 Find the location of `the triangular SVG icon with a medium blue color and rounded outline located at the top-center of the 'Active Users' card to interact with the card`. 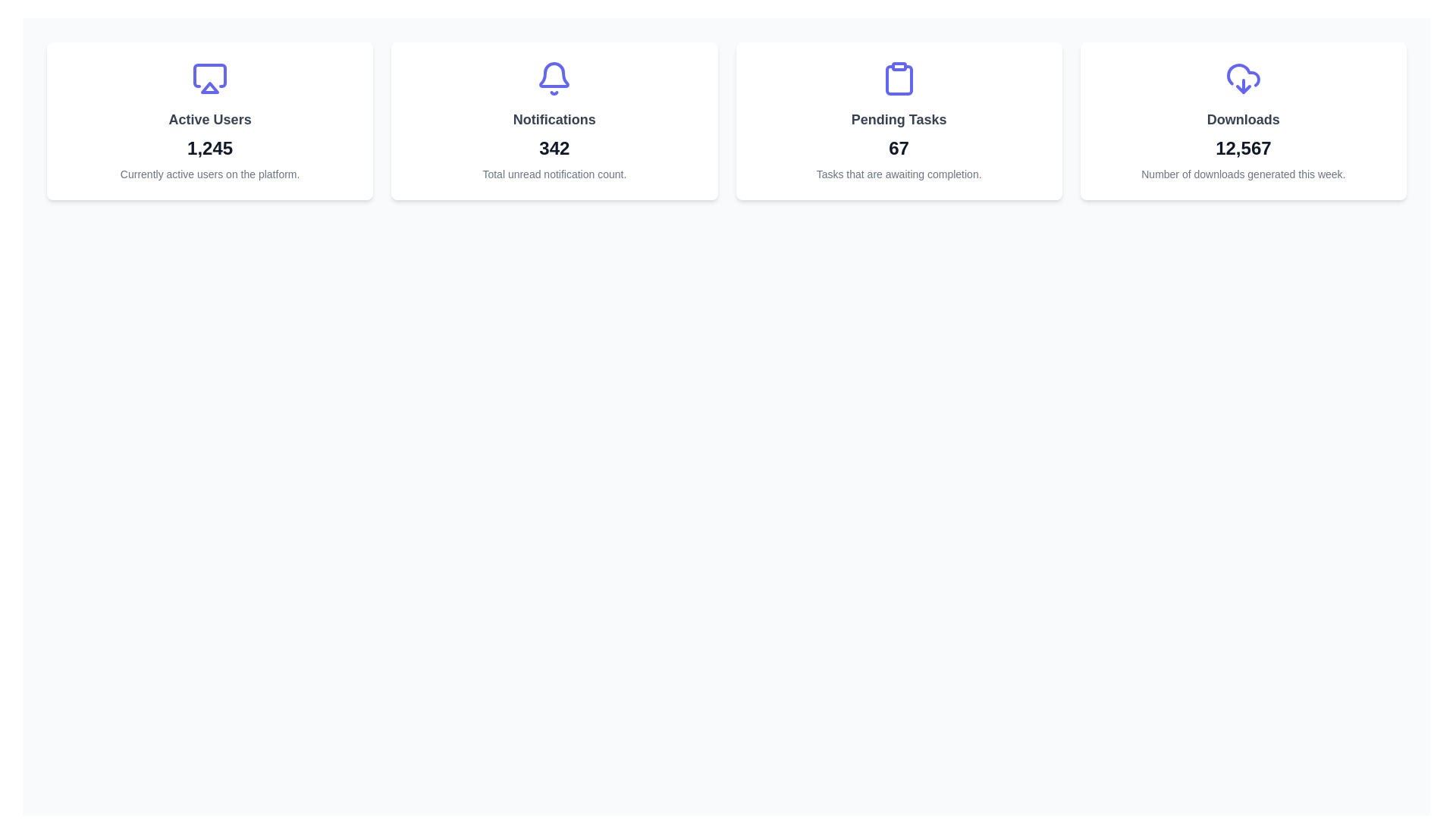

the triangular SVG icon with a medium blue color and rounded outline located at the top-center of the 'Active Users' card to interact with the card is located at coordinates (209, 79).